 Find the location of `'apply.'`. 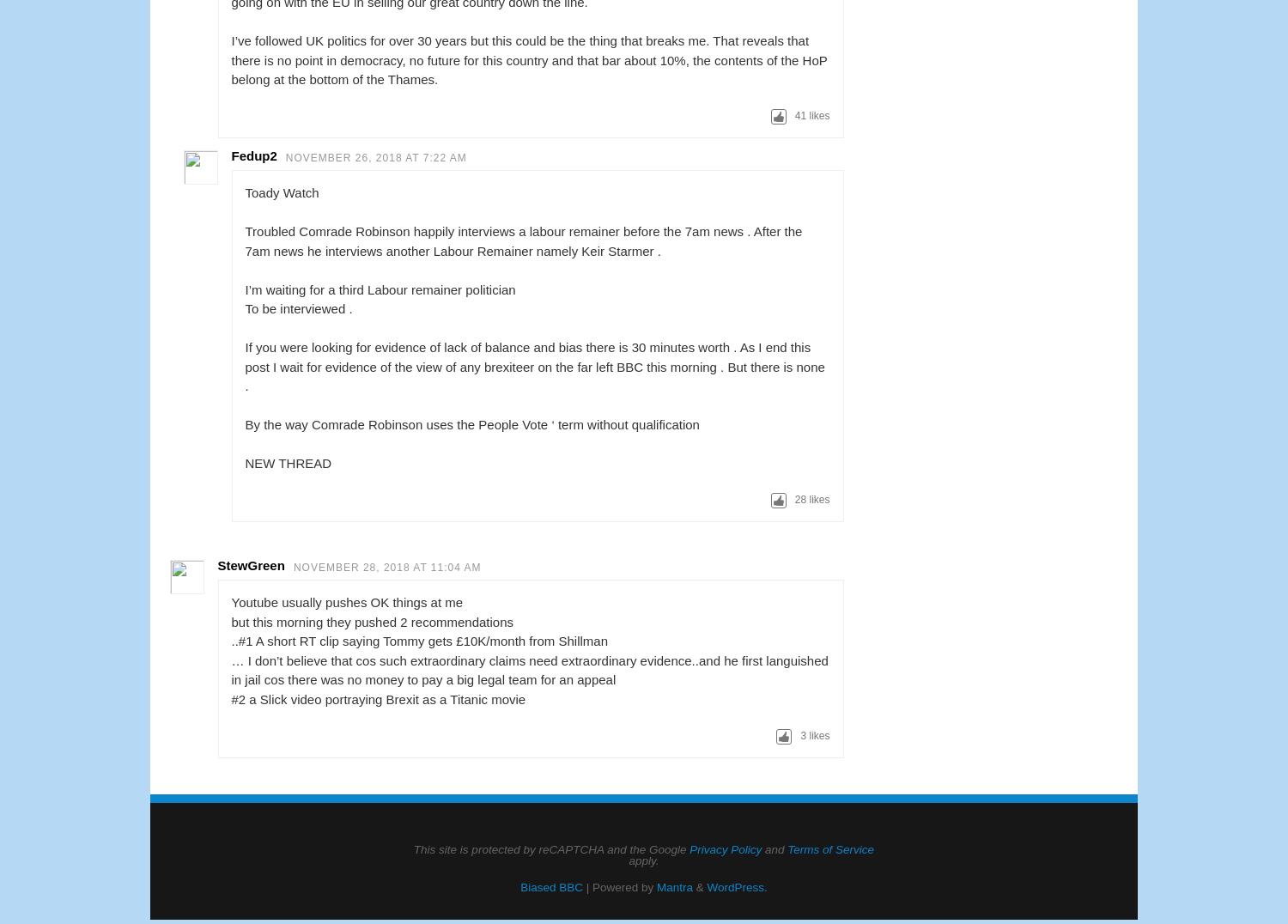

'apply.' is located at coordinates (642, 860).